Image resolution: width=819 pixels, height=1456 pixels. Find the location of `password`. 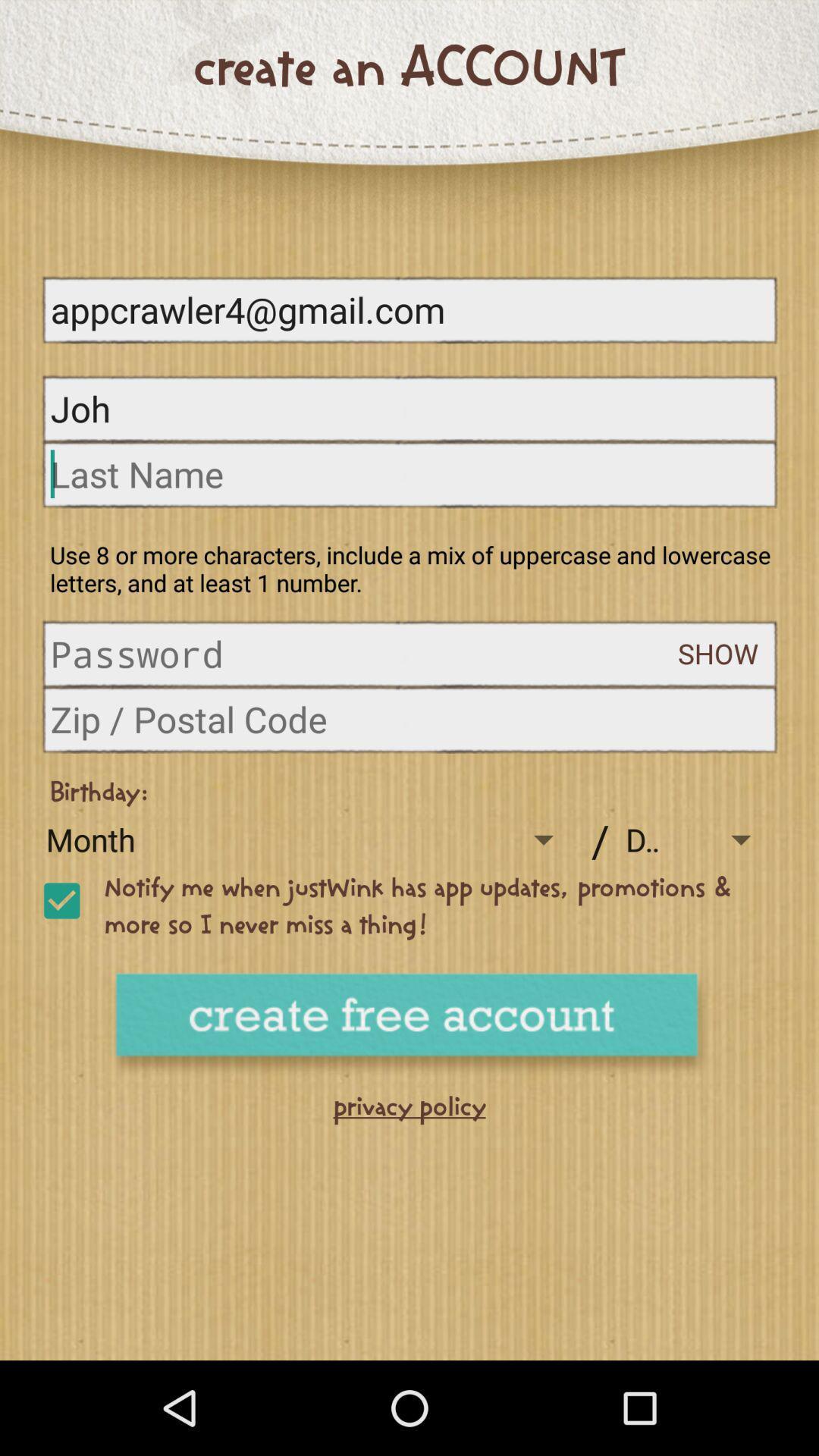

password is located at coordinates (364, 654).